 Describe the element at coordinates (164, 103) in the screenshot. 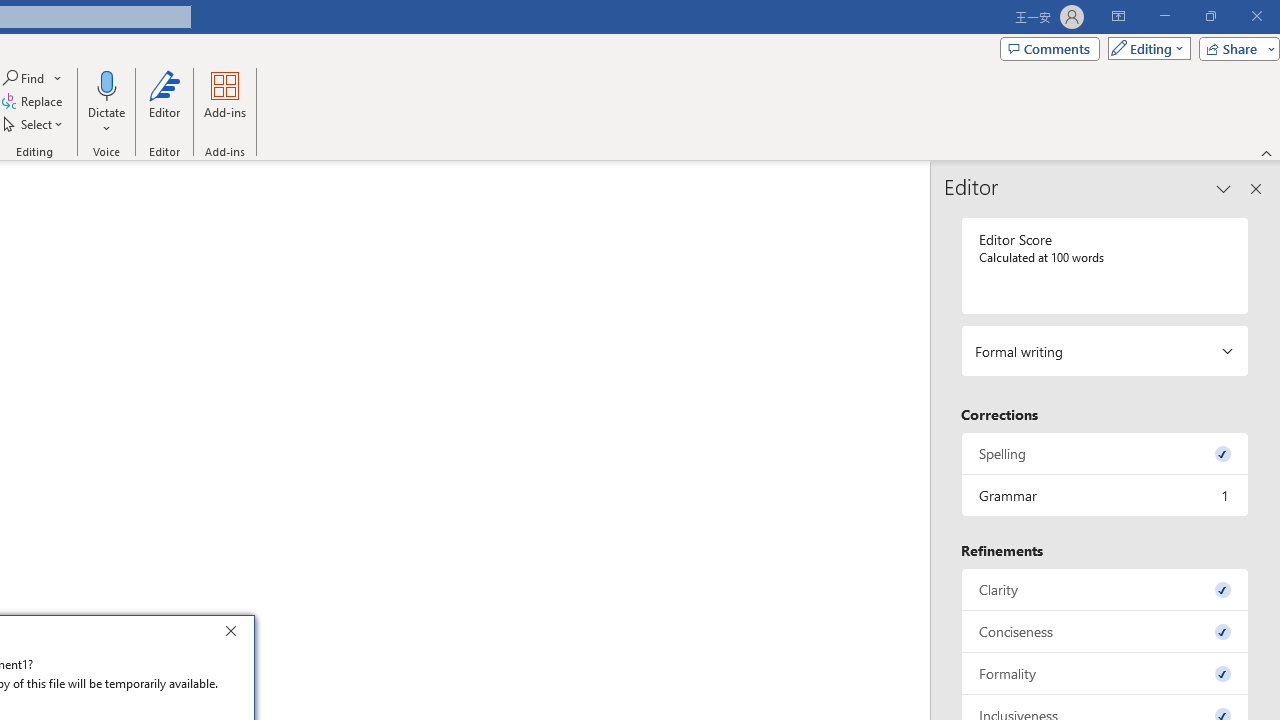

I see `'Editor'` at that location.